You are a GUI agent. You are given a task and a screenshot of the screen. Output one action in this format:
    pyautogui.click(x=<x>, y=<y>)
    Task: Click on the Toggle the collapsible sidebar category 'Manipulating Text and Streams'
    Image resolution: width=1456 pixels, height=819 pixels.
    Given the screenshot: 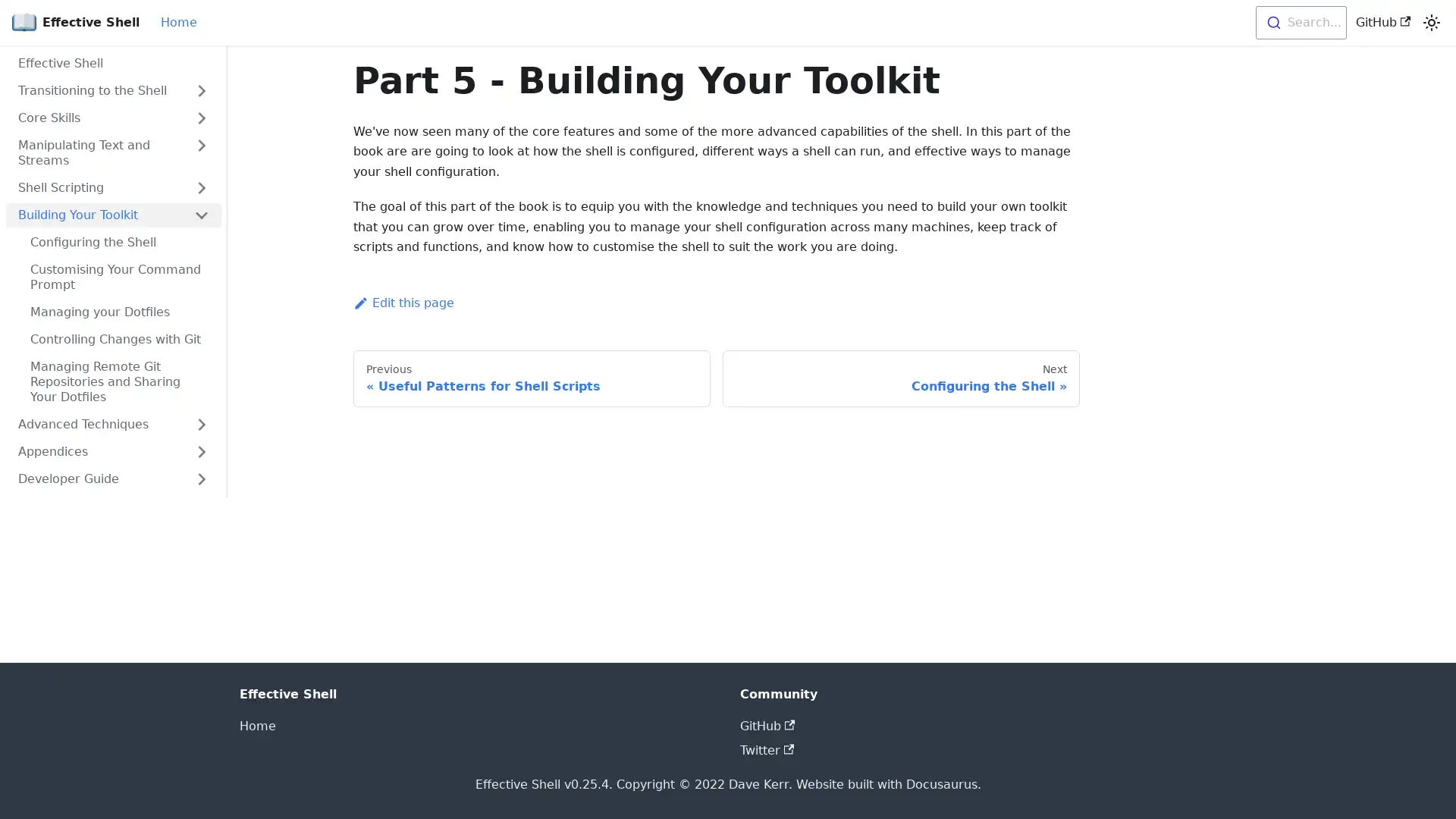 What is the action you would take?
    pyautogui.click(x=200, y=152)
    